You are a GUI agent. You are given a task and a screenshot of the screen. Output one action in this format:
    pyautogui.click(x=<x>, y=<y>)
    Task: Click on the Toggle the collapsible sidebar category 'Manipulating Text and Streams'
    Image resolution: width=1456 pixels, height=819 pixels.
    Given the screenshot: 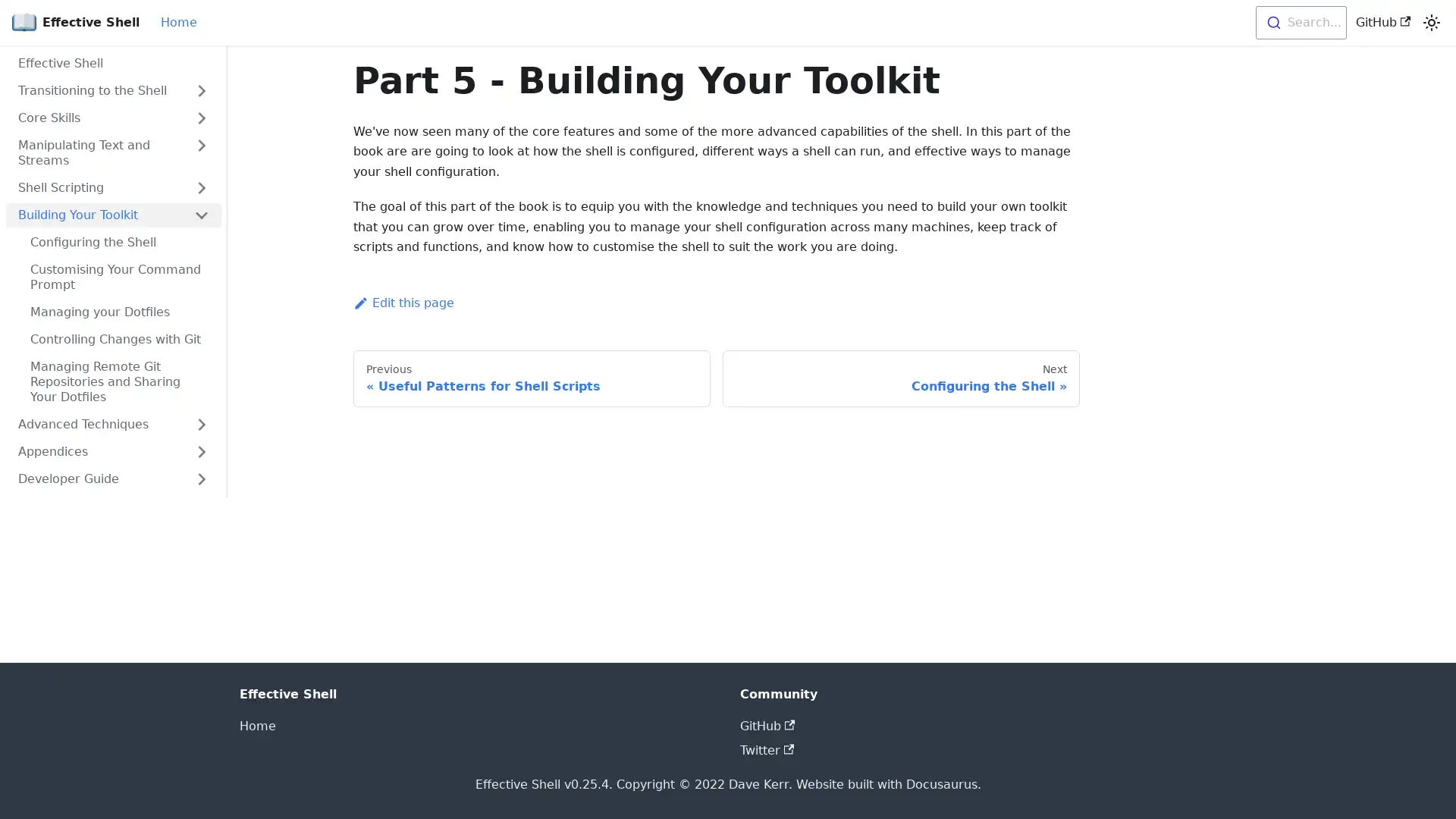 What is the action you would take?
    pyautogui.click(x=200, y=152)
    